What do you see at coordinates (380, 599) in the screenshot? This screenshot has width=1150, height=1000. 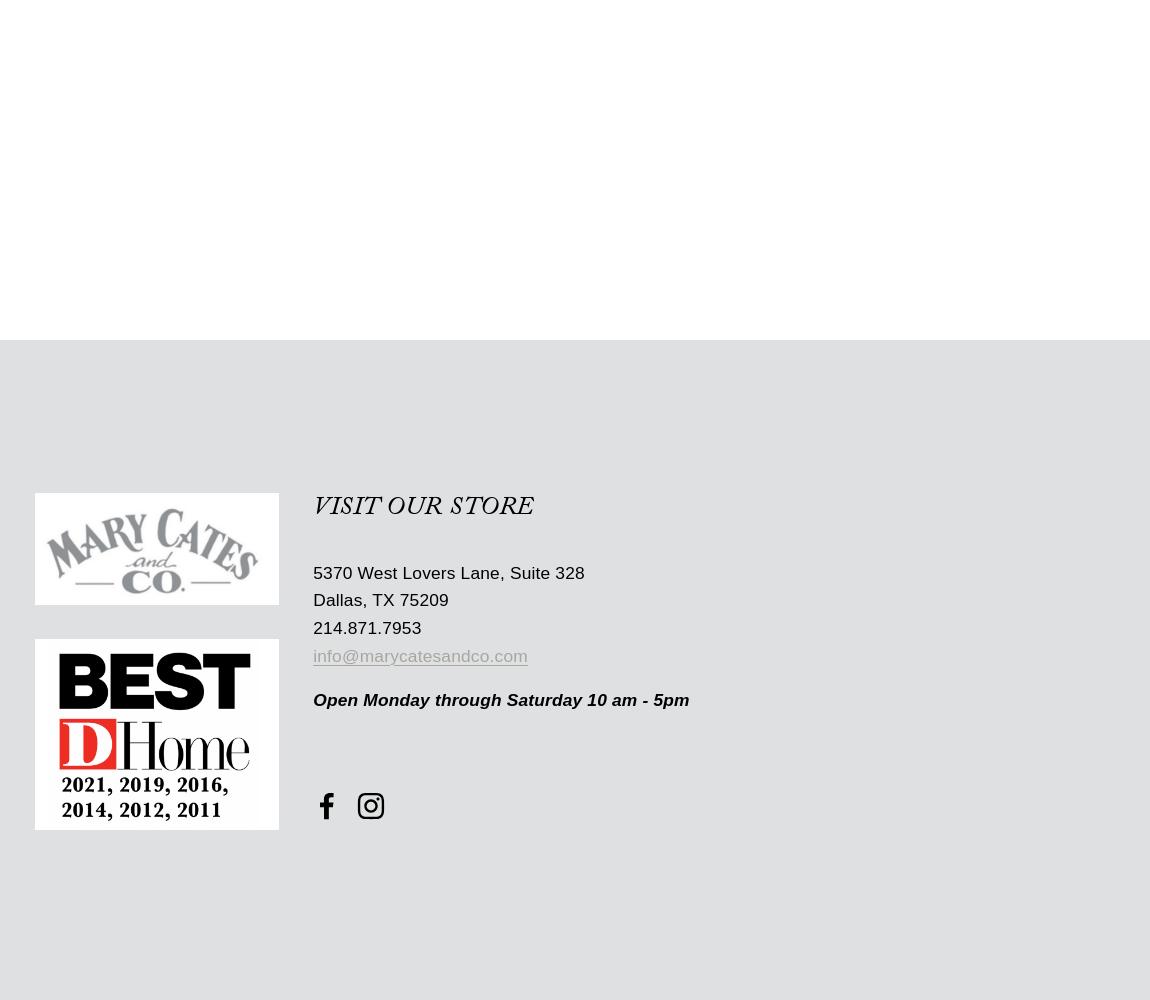 I see `'Dallas, TX 75209'` at bounding box center [380, 599].